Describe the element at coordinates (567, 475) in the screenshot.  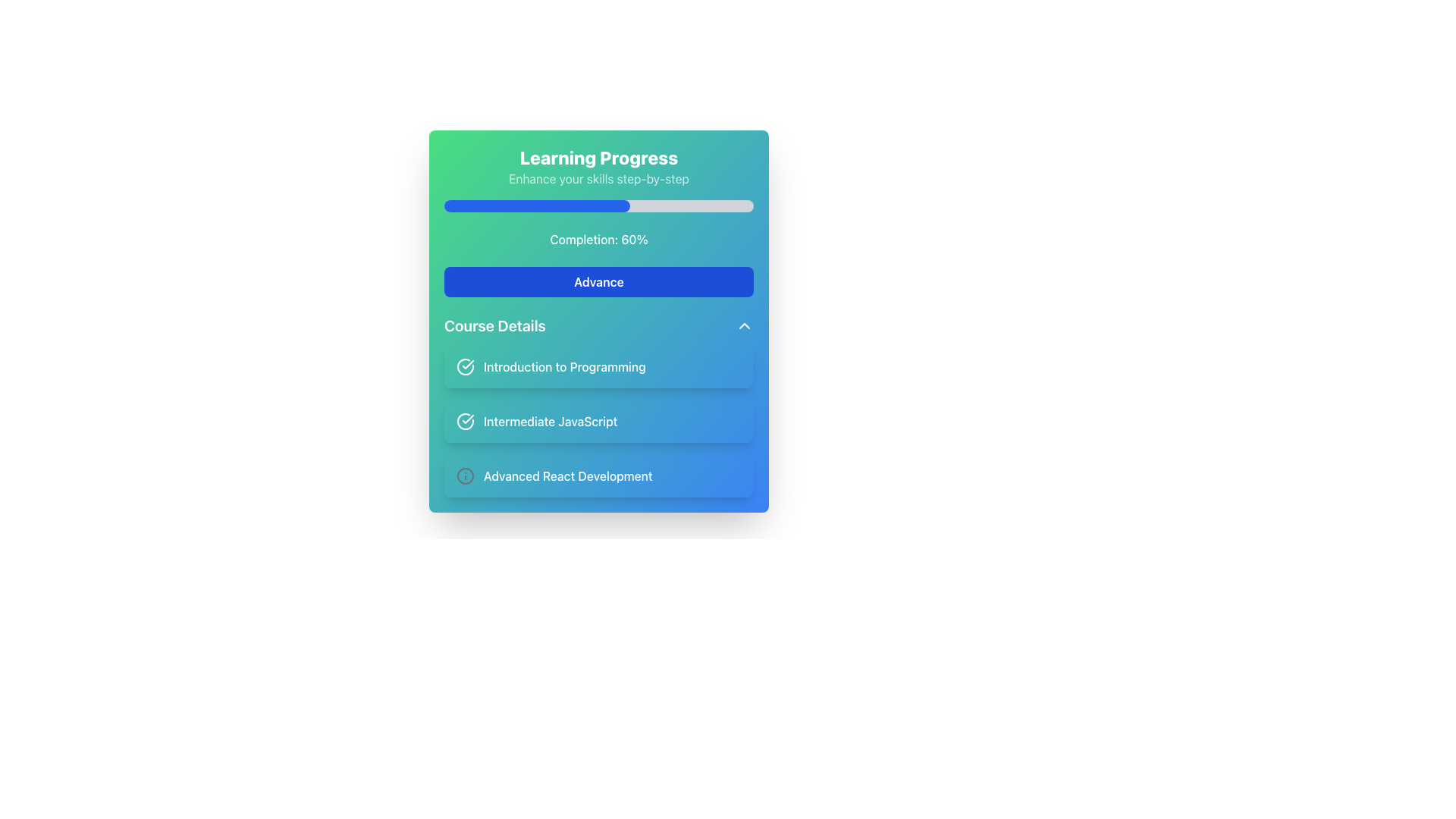
I see `the 'Advanced React Development' text label, which is displayed in a white font on a blue background, located in the 'Course Details' section next to a small information icon` at that location.